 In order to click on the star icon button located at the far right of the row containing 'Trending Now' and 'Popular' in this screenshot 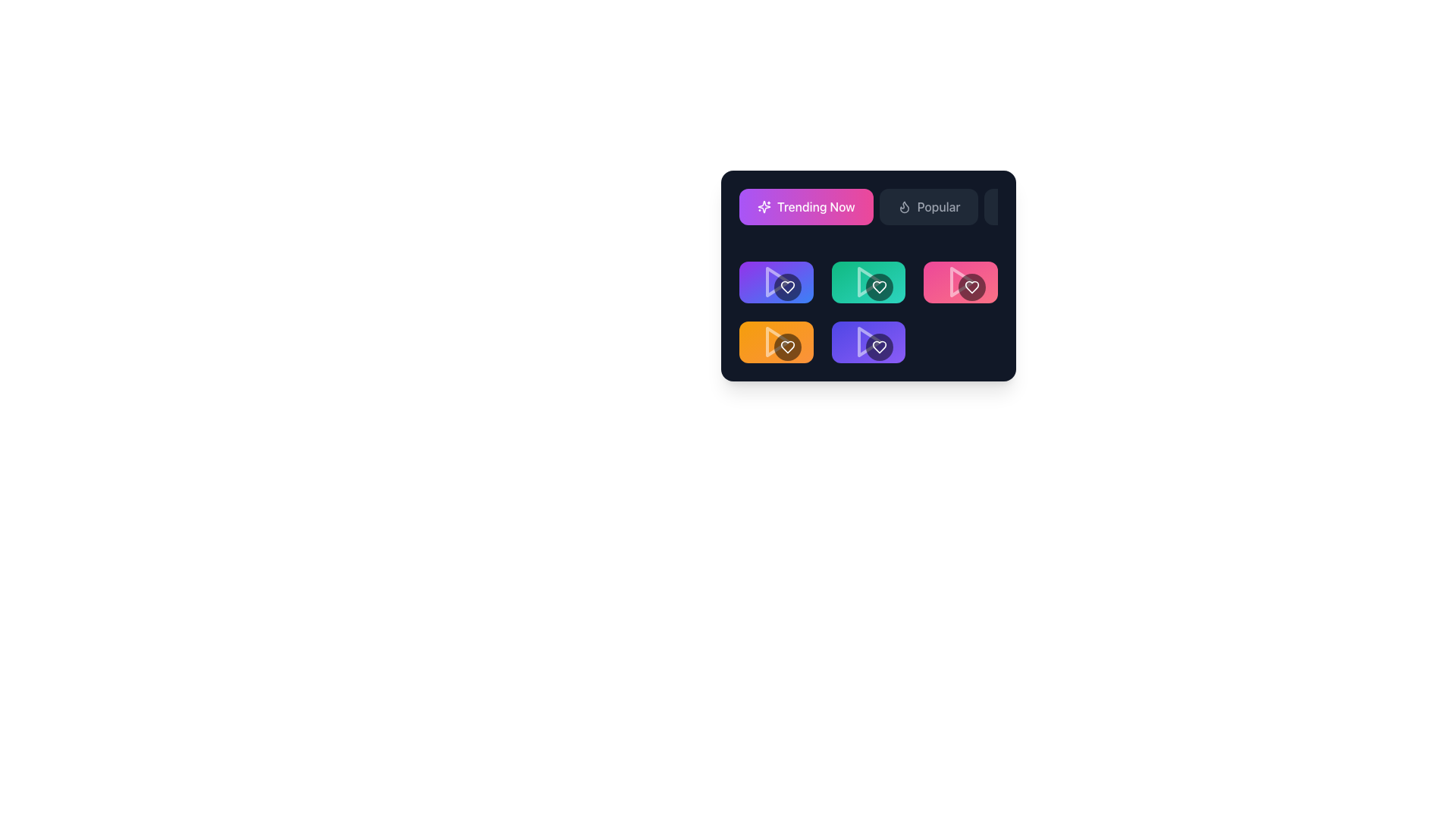, I will do `click(1009, 206)`.